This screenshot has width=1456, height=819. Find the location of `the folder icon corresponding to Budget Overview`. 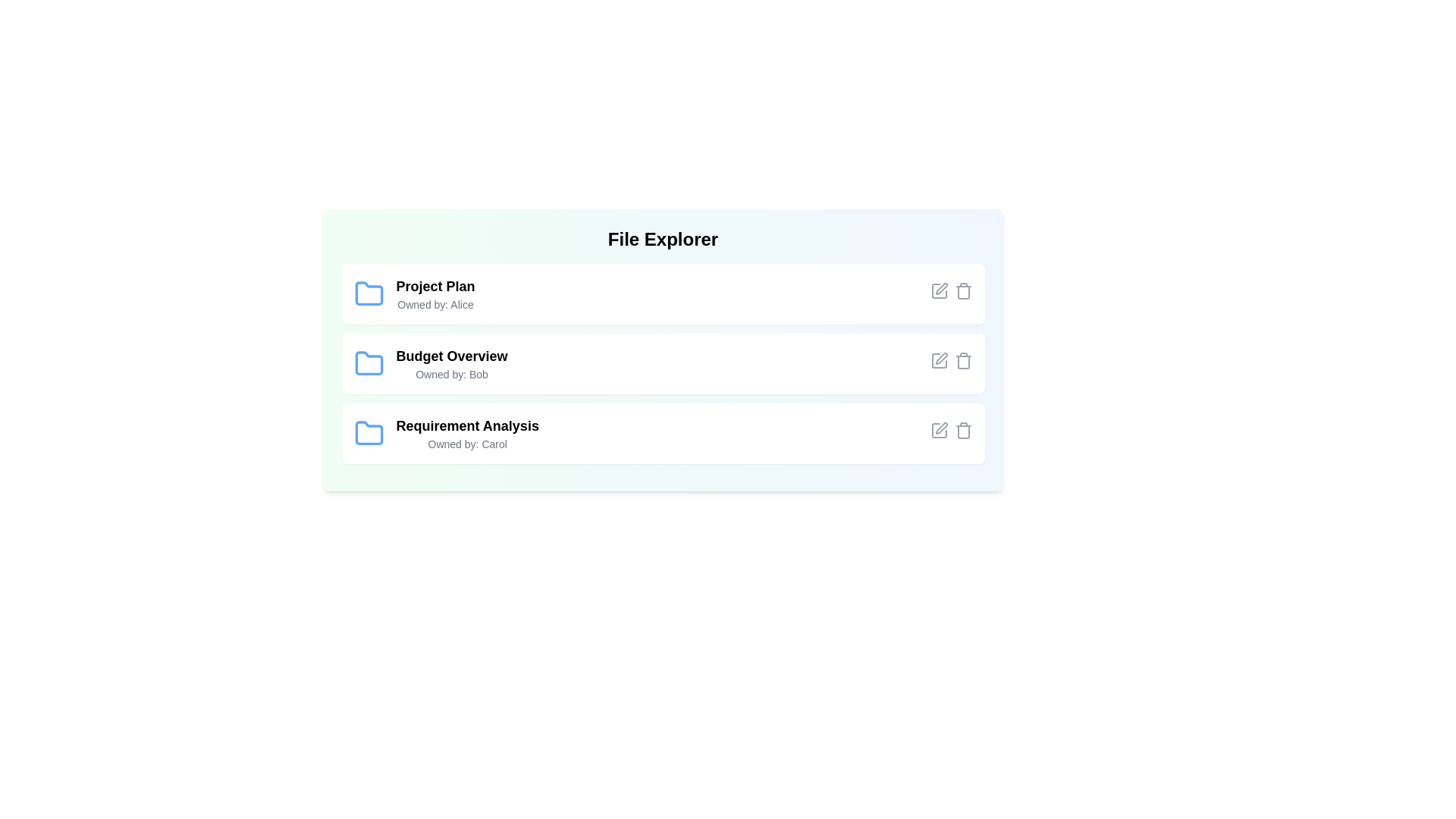

the folder icon corresponding to Budget Overview is located at coordinates (369, 363).